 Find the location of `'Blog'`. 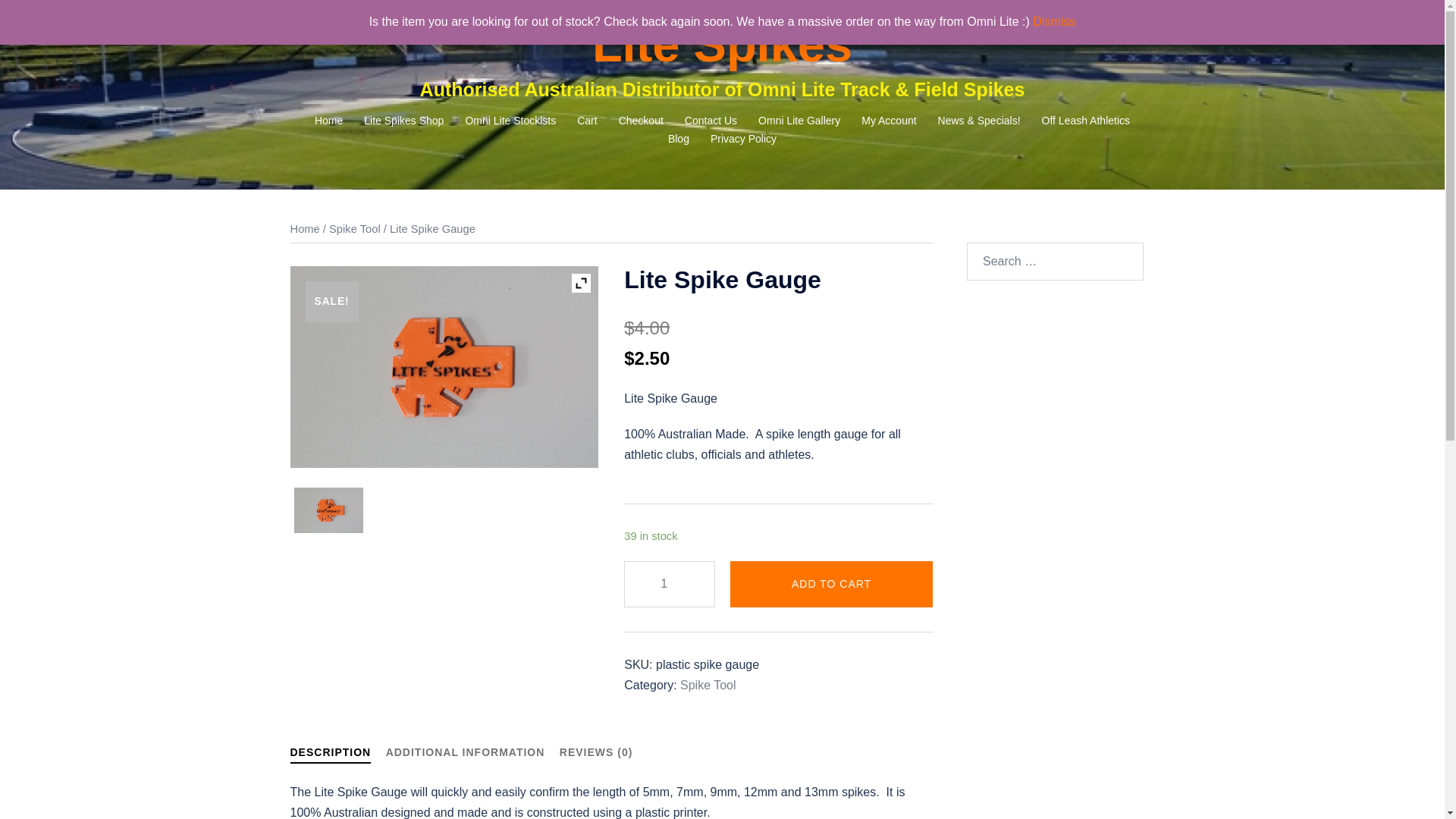

'Blog' is located at coordinates (677, 140).